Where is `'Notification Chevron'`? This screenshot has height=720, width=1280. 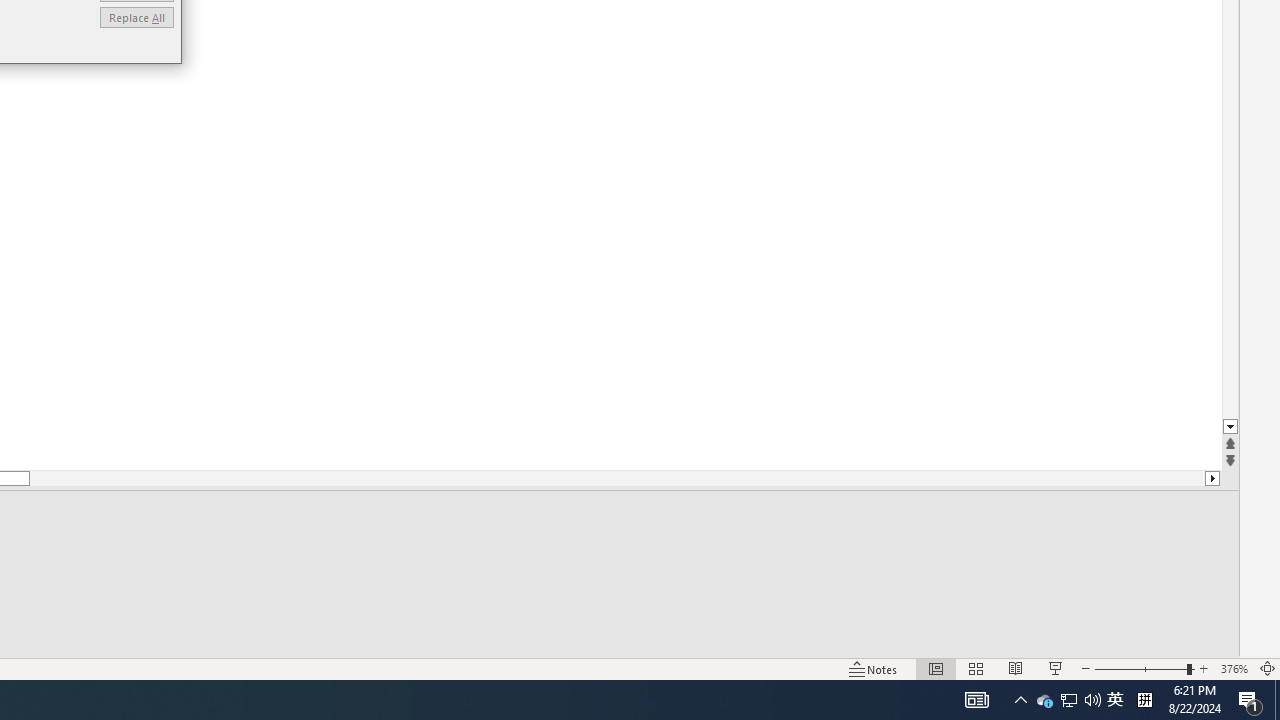
'Notification Chevron' is located at coordinates (1020, 698).